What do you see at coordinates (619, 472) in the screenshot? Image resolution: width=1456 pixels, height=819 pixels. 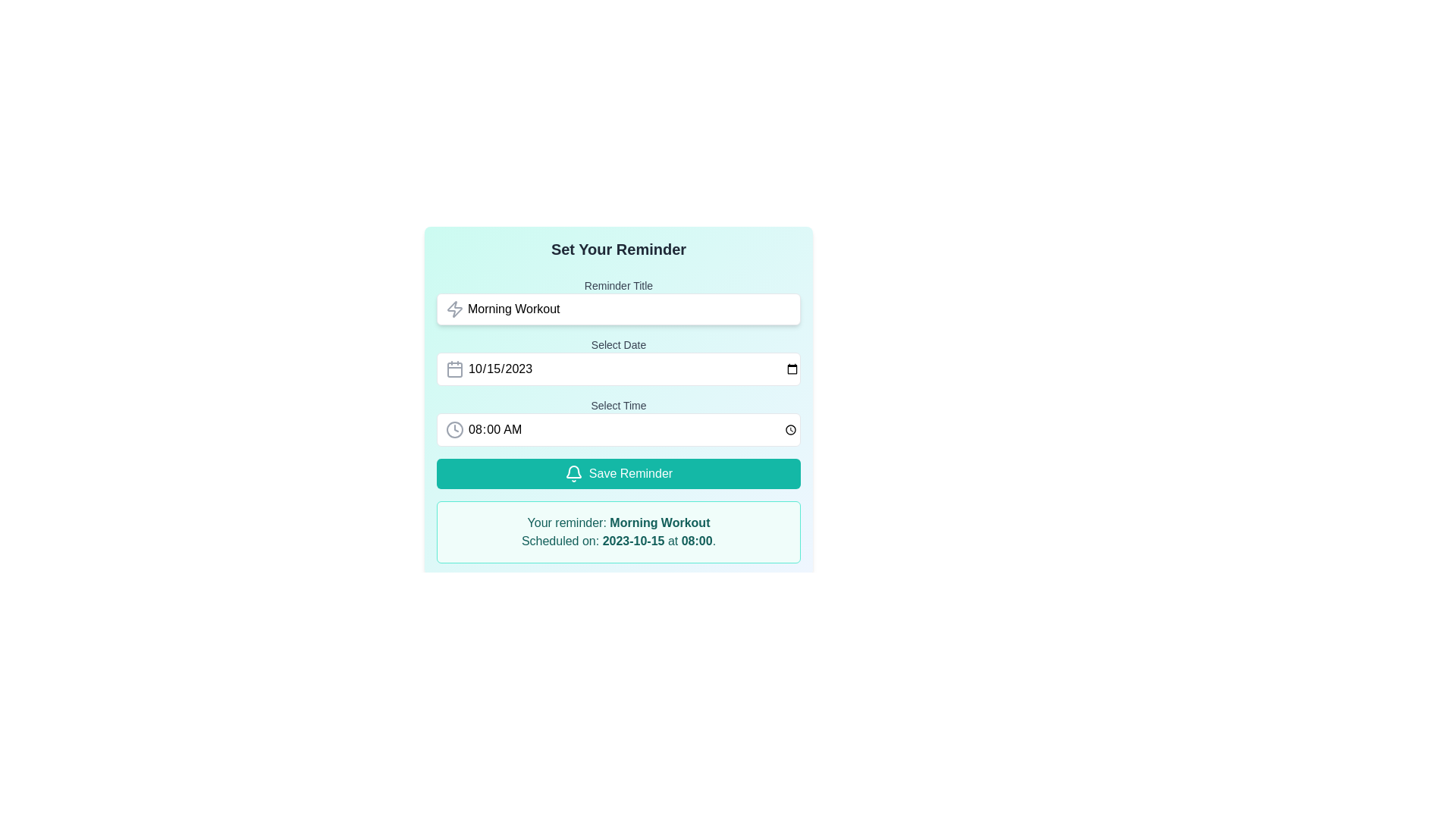 I see `the 'Save Reminder' button with a teal background and white text` at bounding box center [619, 472].